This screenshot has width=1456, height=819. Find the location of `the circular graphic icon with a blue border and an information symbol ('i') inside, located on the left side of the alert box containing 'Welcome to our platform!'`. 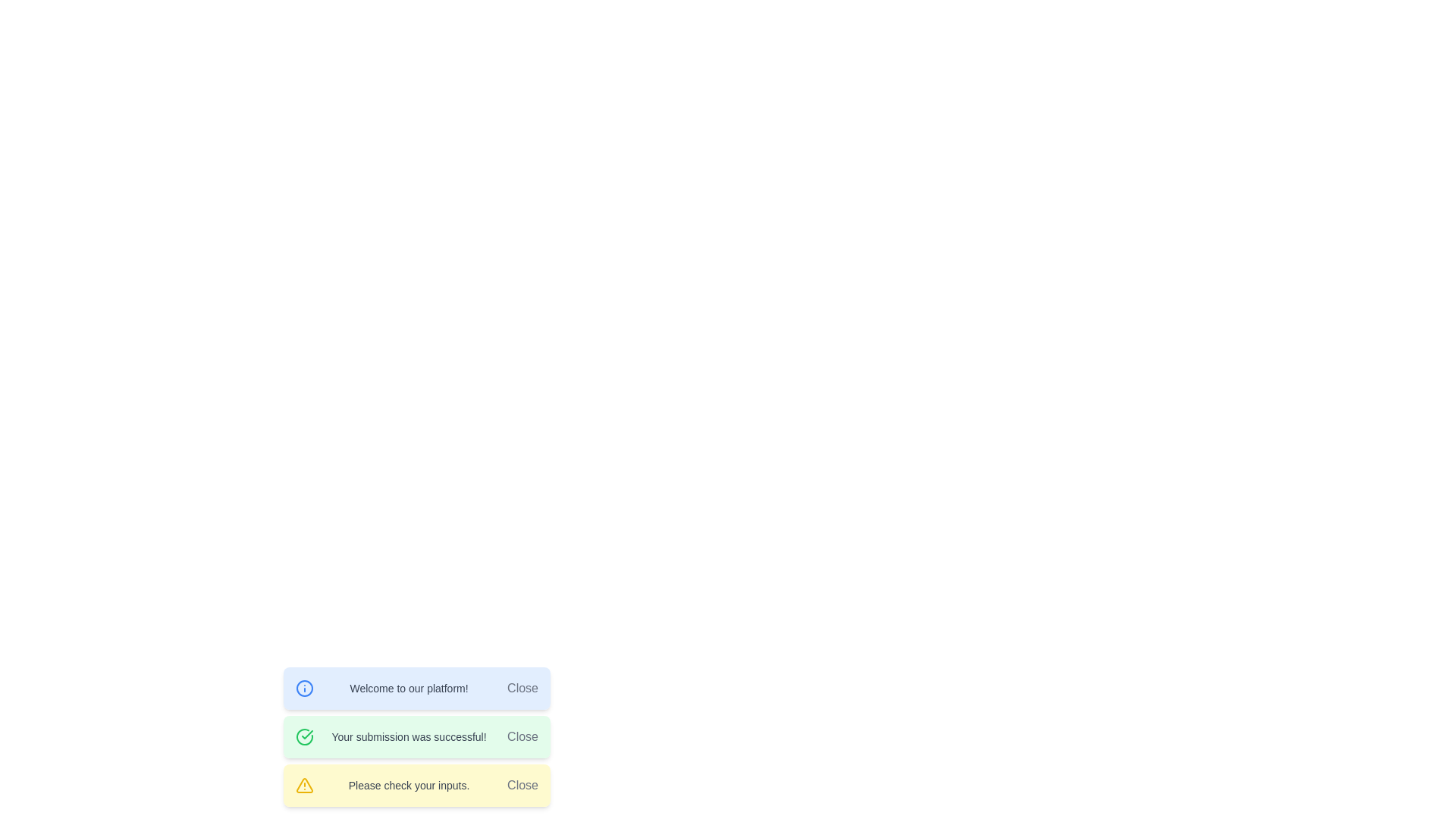

the circular graphic icon with a blue border and an information symbol ('i') inside, located on the left side of the alert box containing 'Welcome to our platform!' is located at coordinates (304, 688).